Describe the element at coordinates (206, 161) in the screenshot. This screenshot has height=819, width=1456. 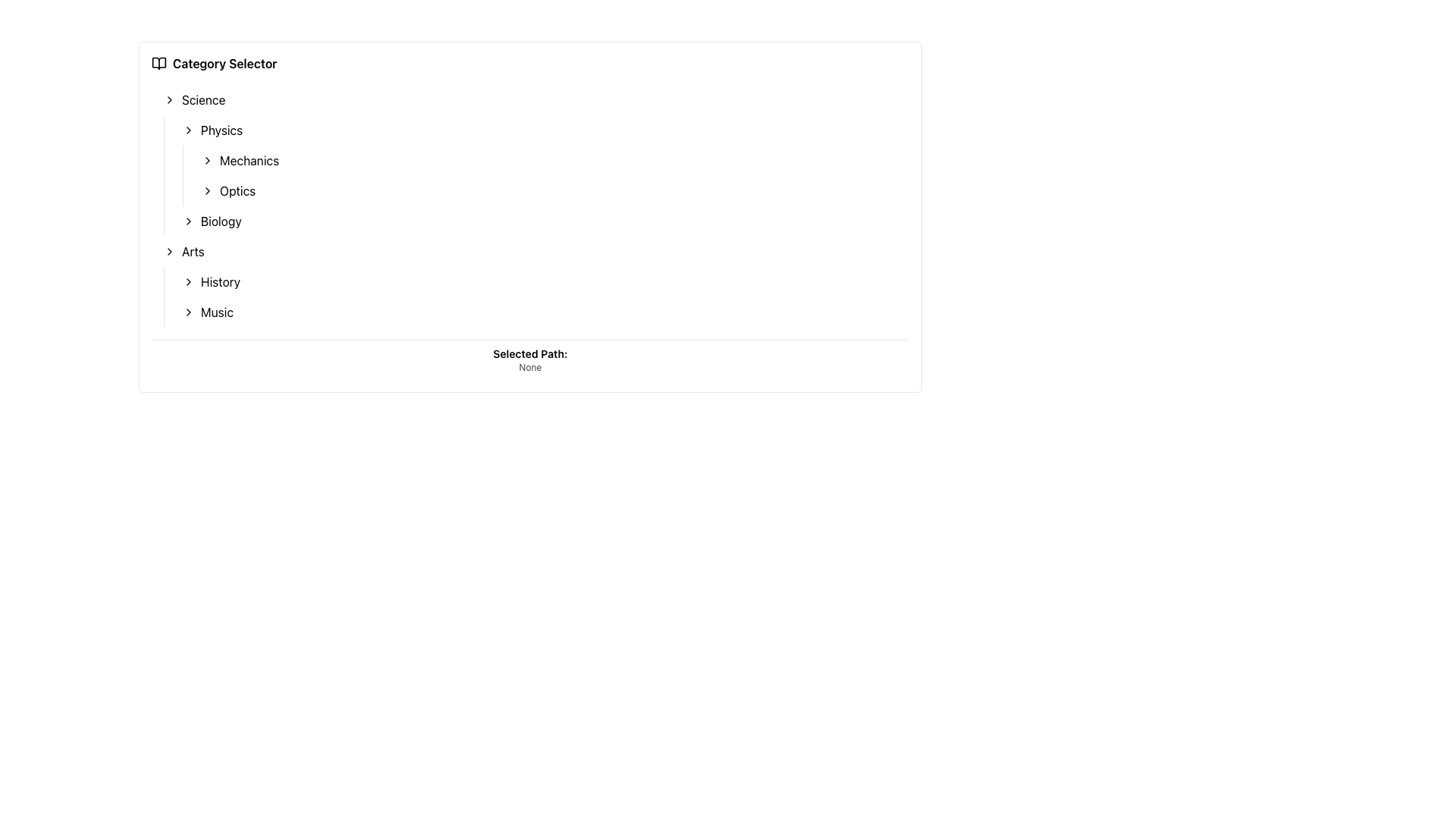
I see `the right-pointing chevron icon with a thin outline and rounded ends located before the text 'Mechanics'` at that location.